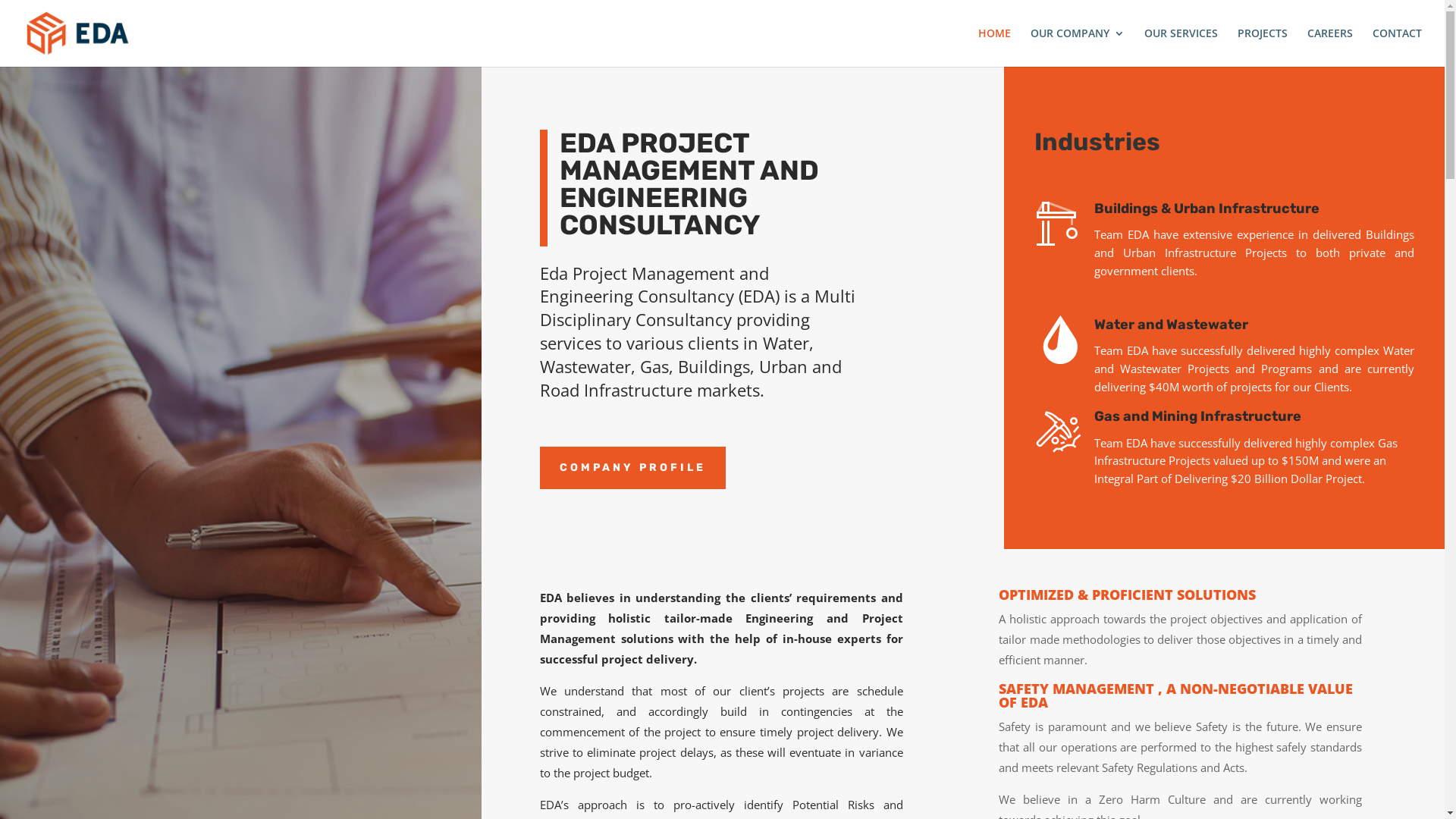 The width and height of the screenshot is (1456, 819). What do you see at coordinates (1263, 46) in the screenshot?
I see `'PROJECTS'` at bounding box center [1263, 46].